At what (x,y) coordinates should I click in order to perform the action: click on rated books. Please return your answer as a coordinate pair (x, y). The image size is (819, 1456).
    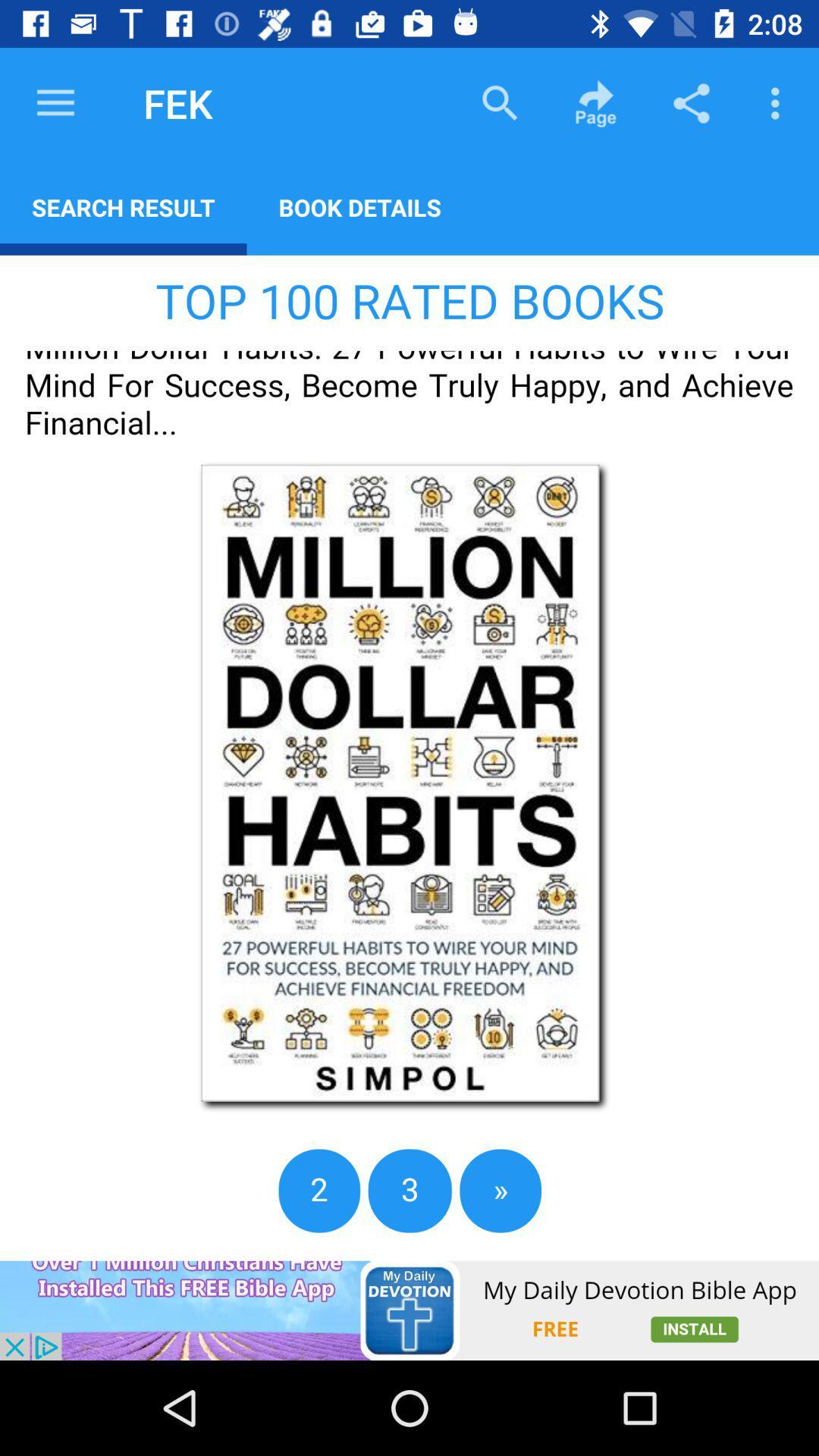
    Looking at the image, I should click on (409, 758).